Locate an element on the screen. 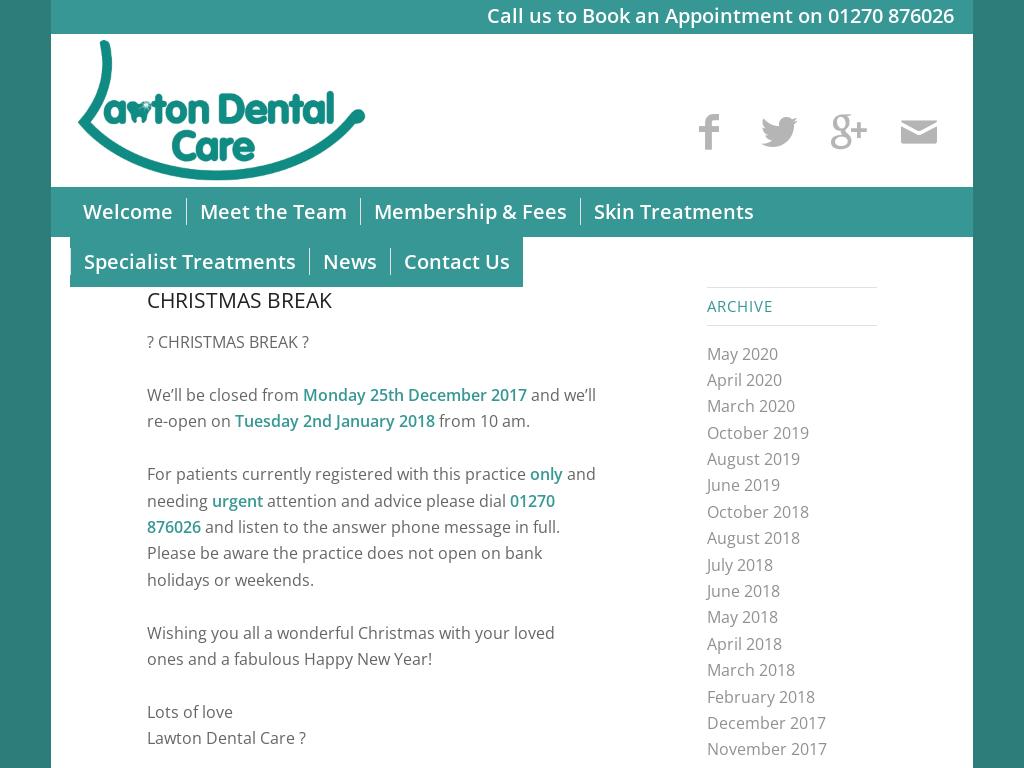 Image resolution: width=1024 pixels, height=768 pixels. 'Wishing you all a wonderful Christmas with your loved ones' is located at coordinates (351, 643).